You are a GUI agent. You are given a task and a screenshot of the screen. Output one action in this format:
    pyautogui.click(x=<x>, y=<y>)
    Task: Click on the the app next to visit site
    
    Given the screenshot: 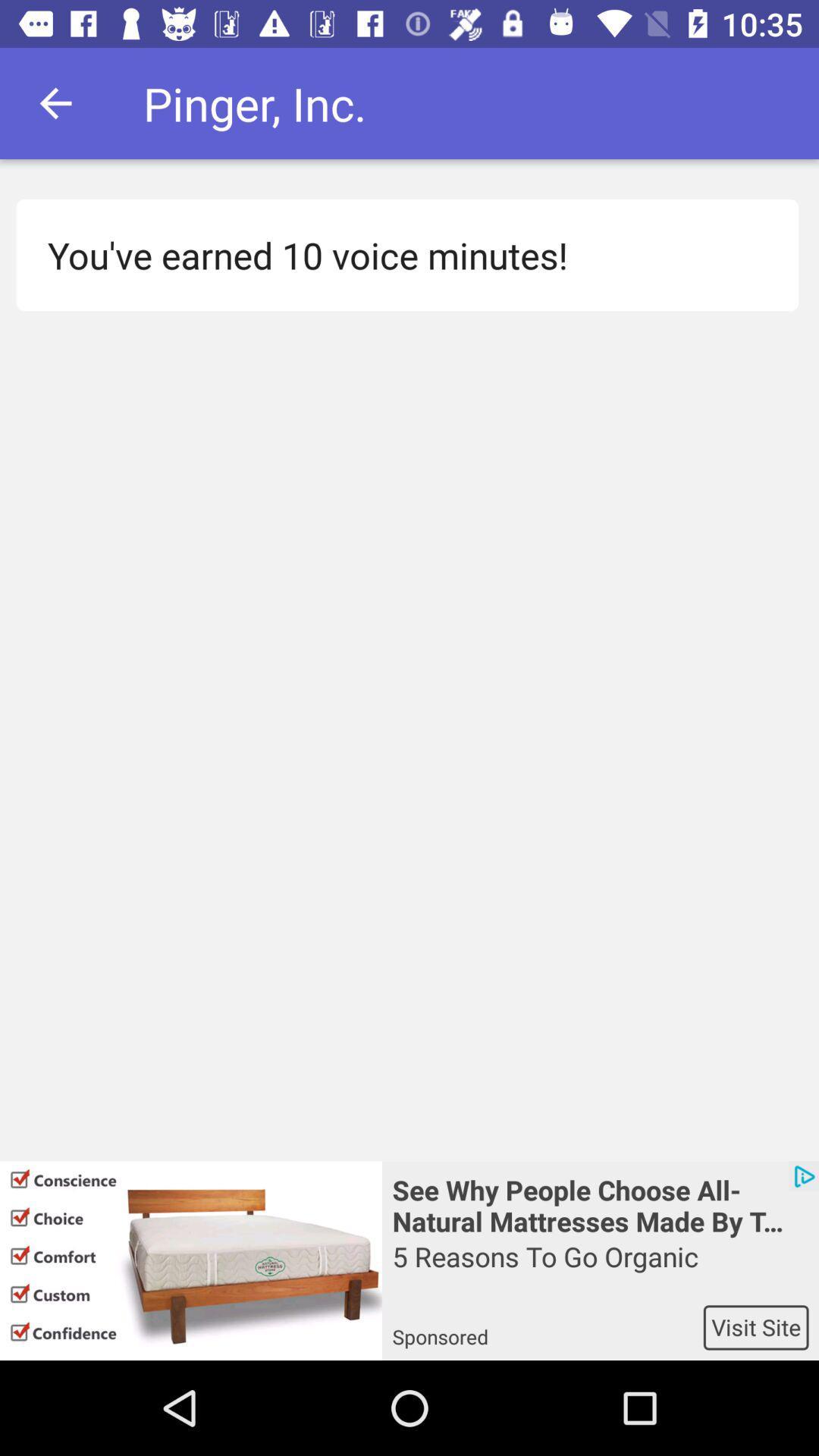 What is the action you would take?
    pyautogui.click(x=548, y=1326)
    